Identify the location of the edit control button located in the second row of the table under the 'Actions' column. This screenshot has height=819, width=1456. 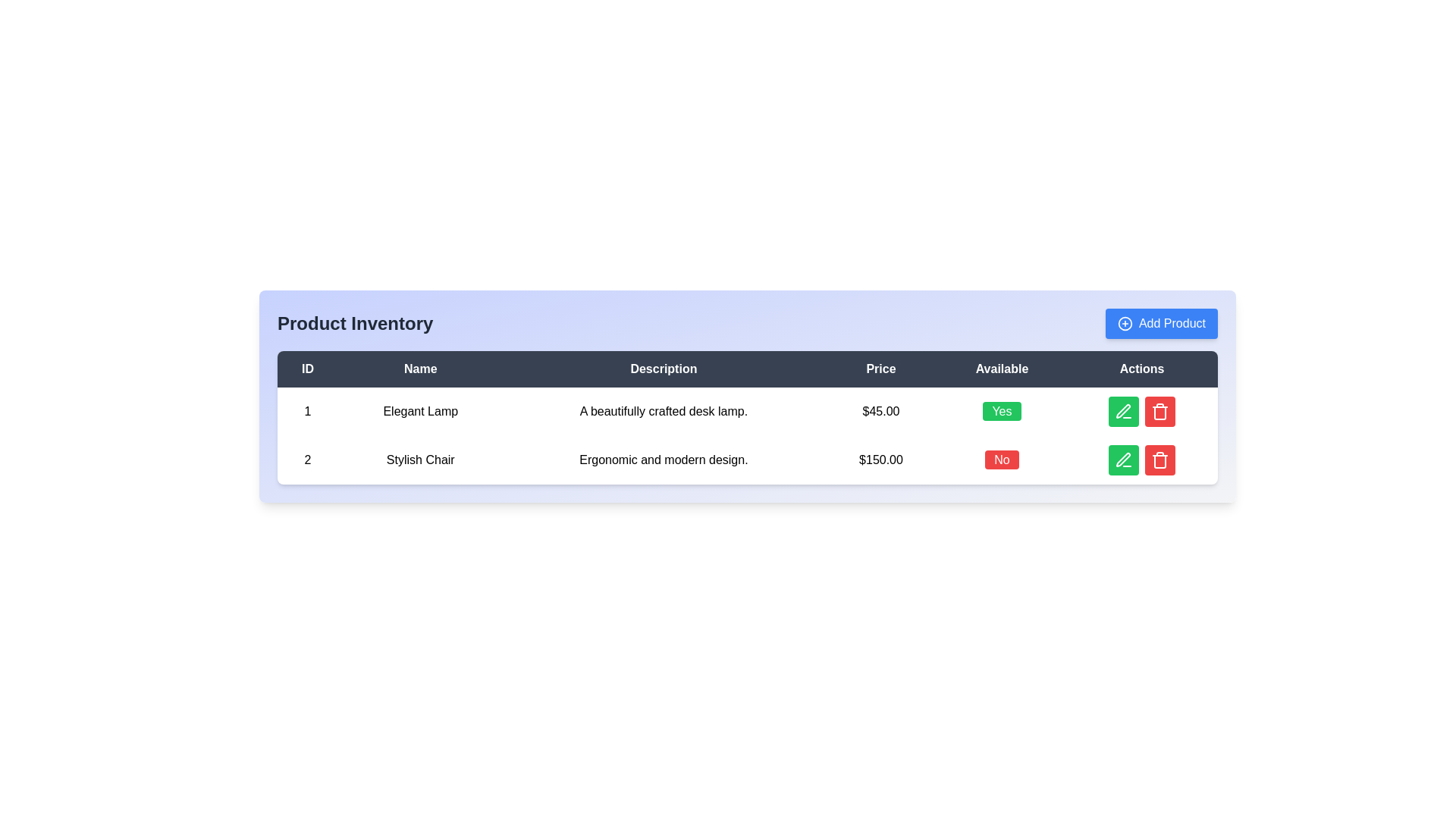
(1124, 459).